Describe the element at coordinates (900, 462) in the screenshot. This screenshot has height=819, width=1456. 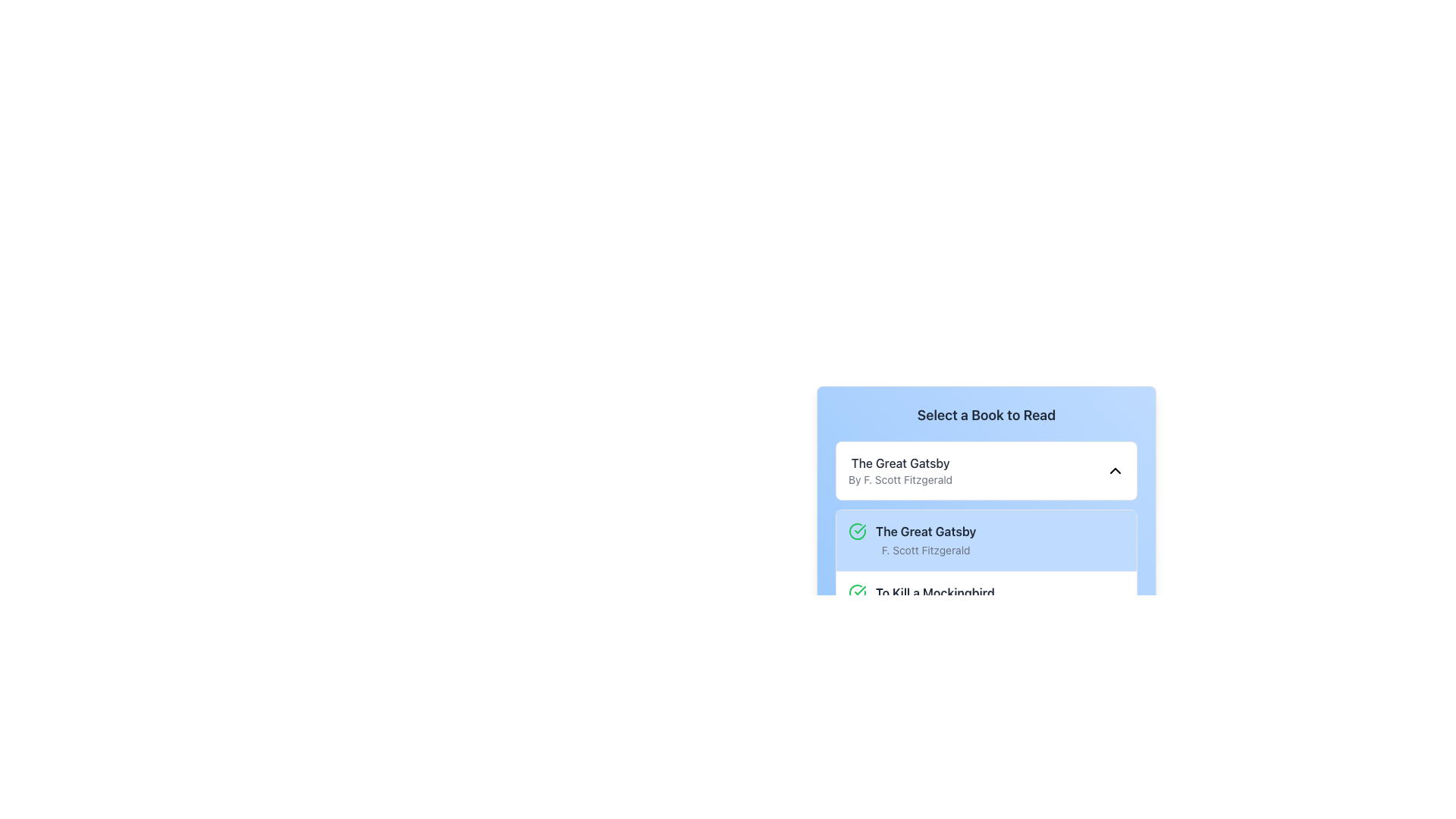
I see `the label displaying the title of the selected book, which is positioned above the text 'By F. Scott Fitzgerald' in the dropdown section under 'Select a Book to Read.'` at that location.